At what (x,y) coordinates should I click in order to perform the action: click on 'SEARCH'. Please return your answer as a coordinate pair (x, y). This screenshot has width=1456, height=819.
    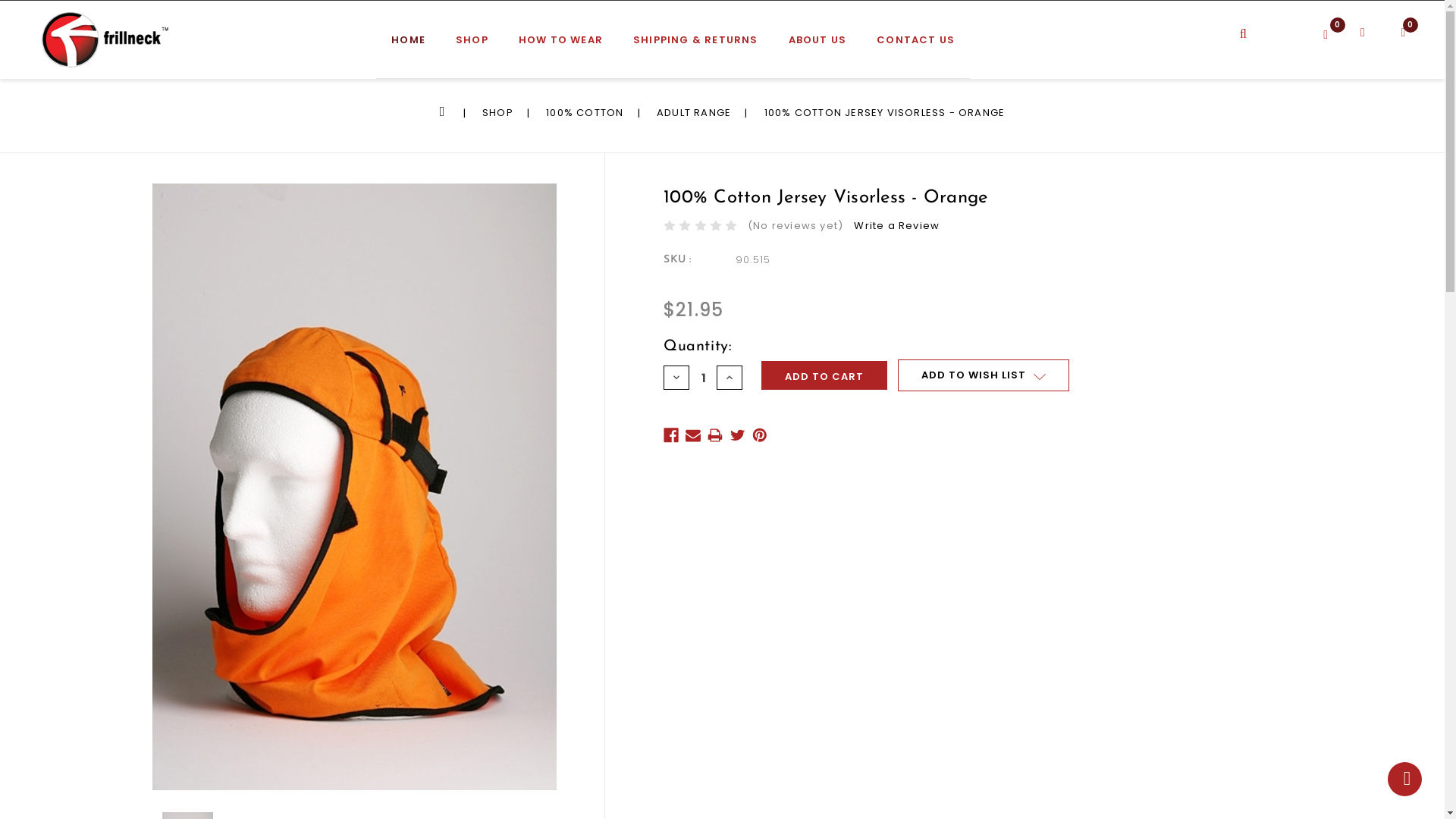
    Looking at the image, I should click on (1260, 23).